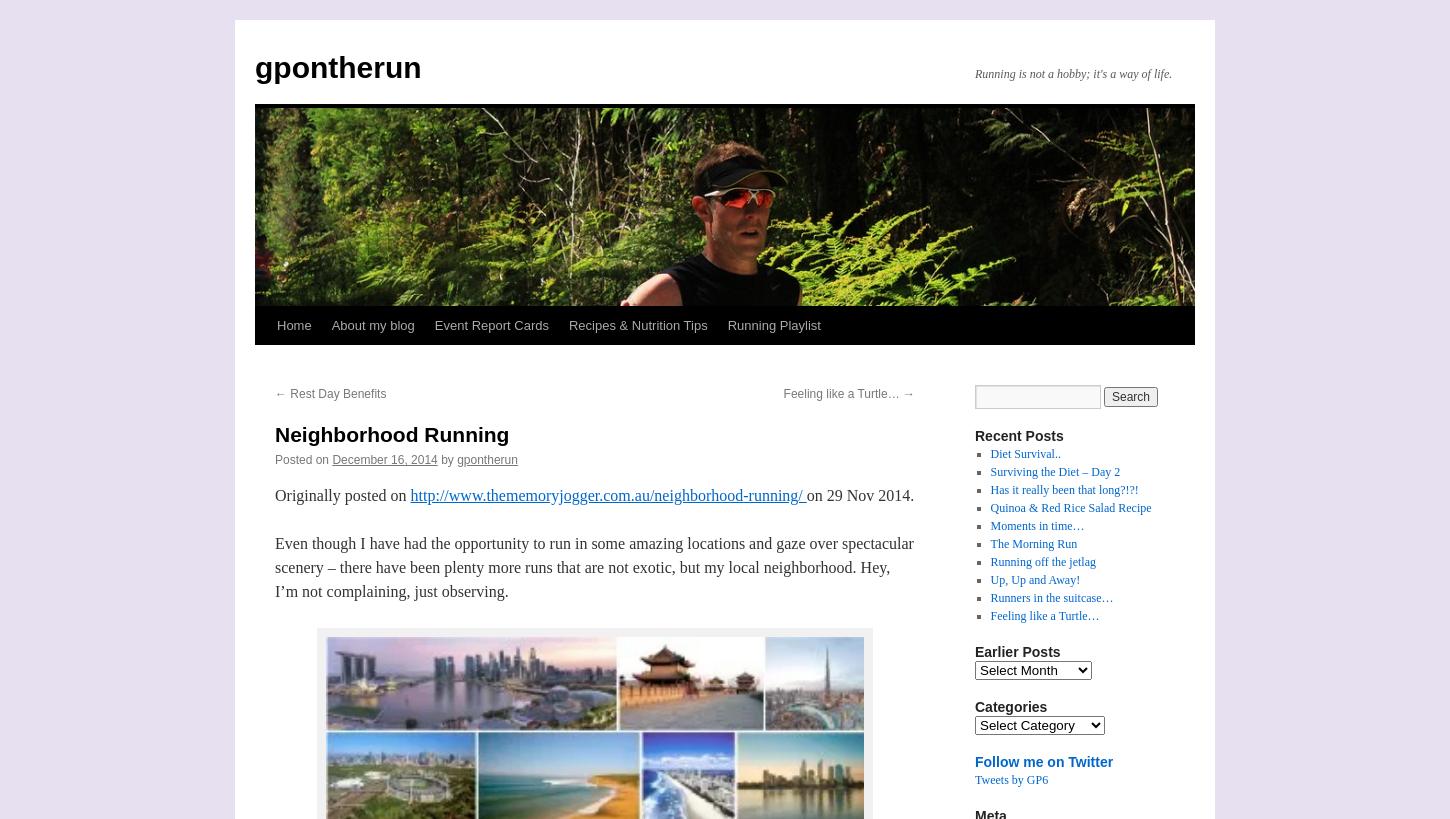  What do you see at coordinates (1019, 436) in the screenshot?
I see `'Recent Posts'` at bounding box center [1019, 436].